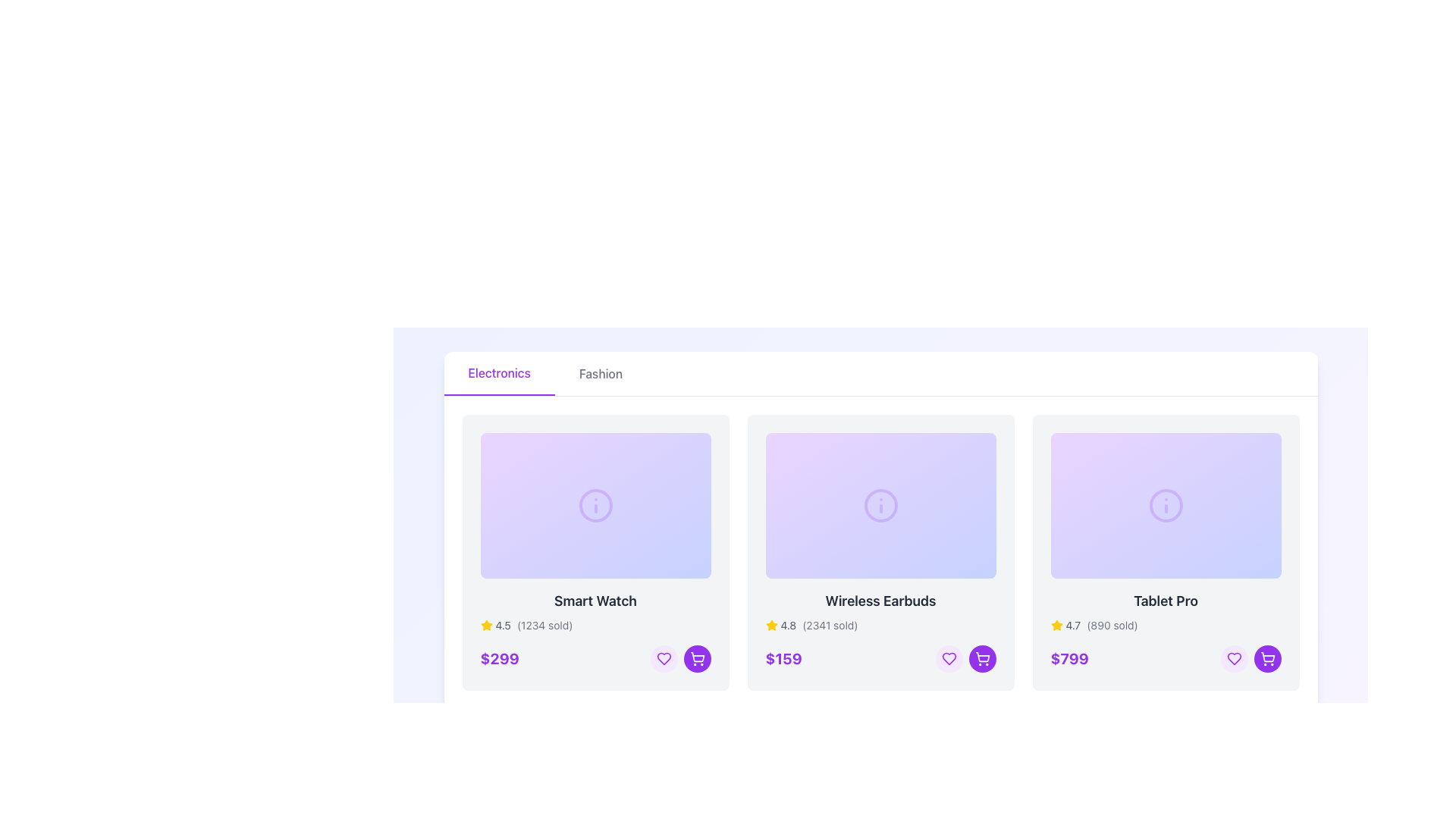  Describe the element at coordinates (1234, 657) in the screenshot. I see `the heart icon located at the bottom right corner of the details card for 'Tablet Pro'` at that location.